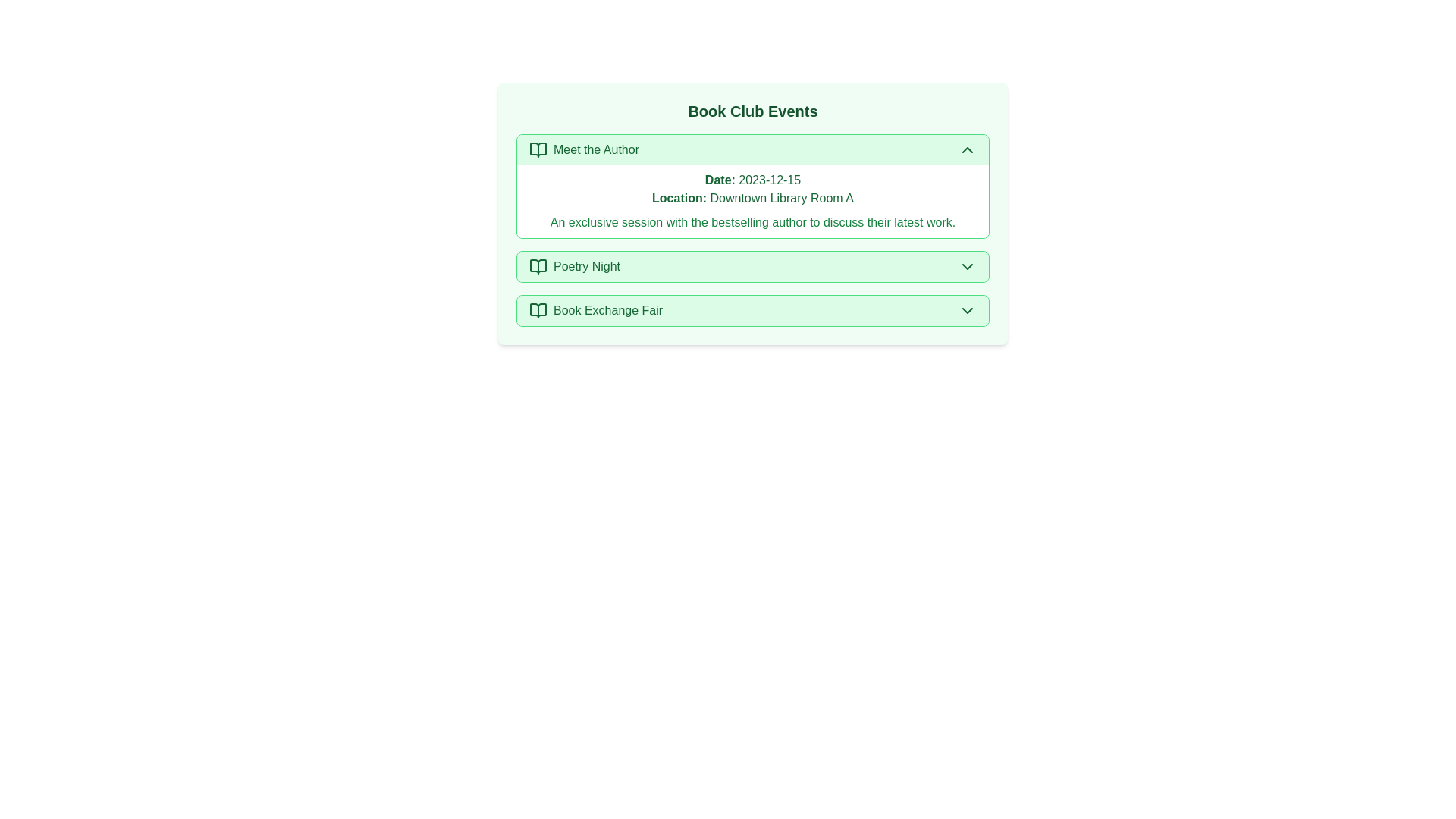 Image resolution: width=1456 pixels, height=819 pixels. What do you see at coordinates (538, 265) in the screenshot?
I see `the decorative book icon representing the 'Poetry Night' section in the 'Book Club Events'` at bounding box center [538, 265].